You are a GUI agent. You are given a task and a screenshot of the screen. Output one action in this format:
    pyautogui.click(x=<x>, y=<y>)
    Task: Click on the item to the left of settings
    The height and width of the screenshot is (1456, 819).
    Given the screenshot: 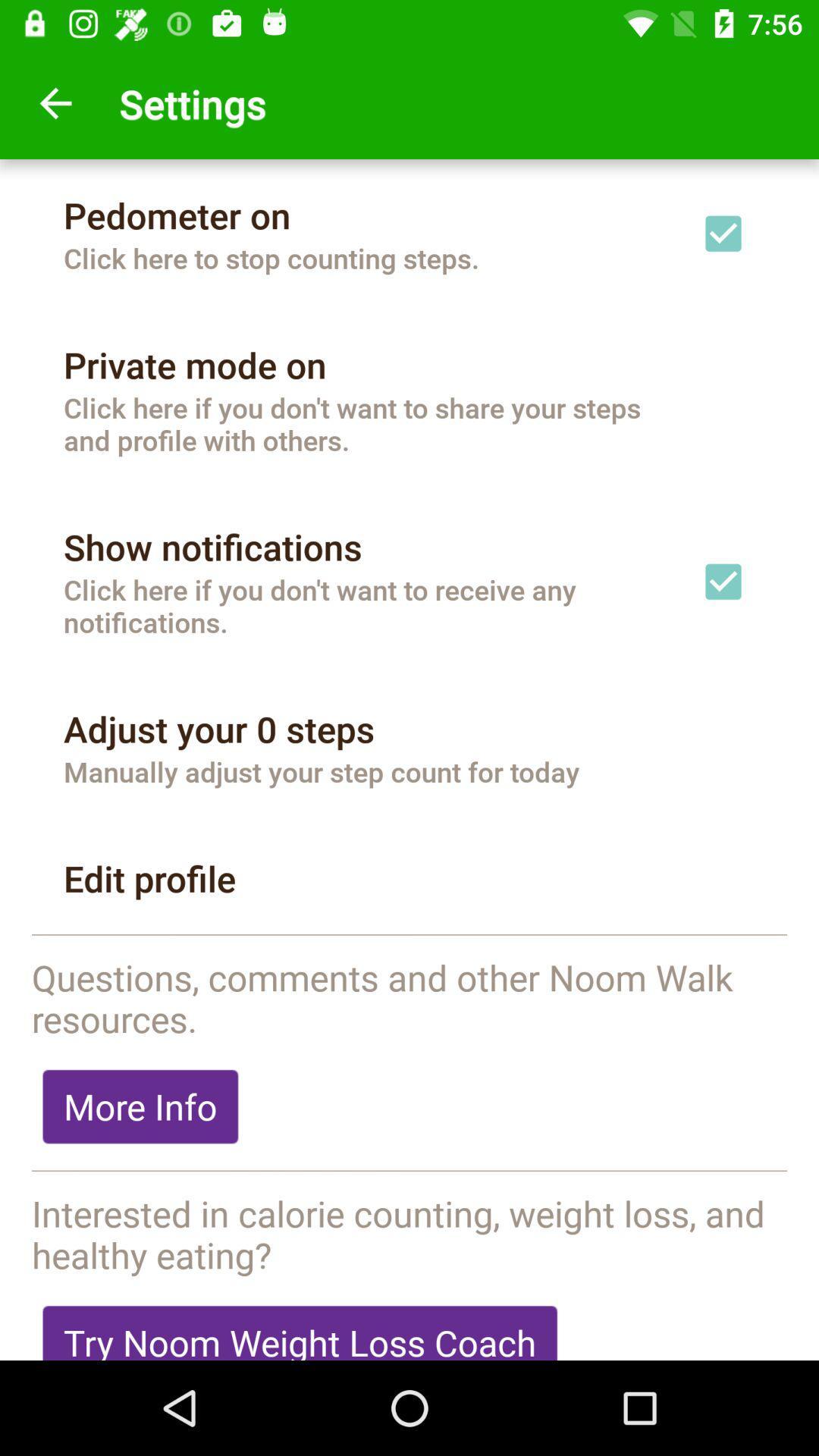 What is the action you would take?
    pyautogui.click(x=55, y=102)
    